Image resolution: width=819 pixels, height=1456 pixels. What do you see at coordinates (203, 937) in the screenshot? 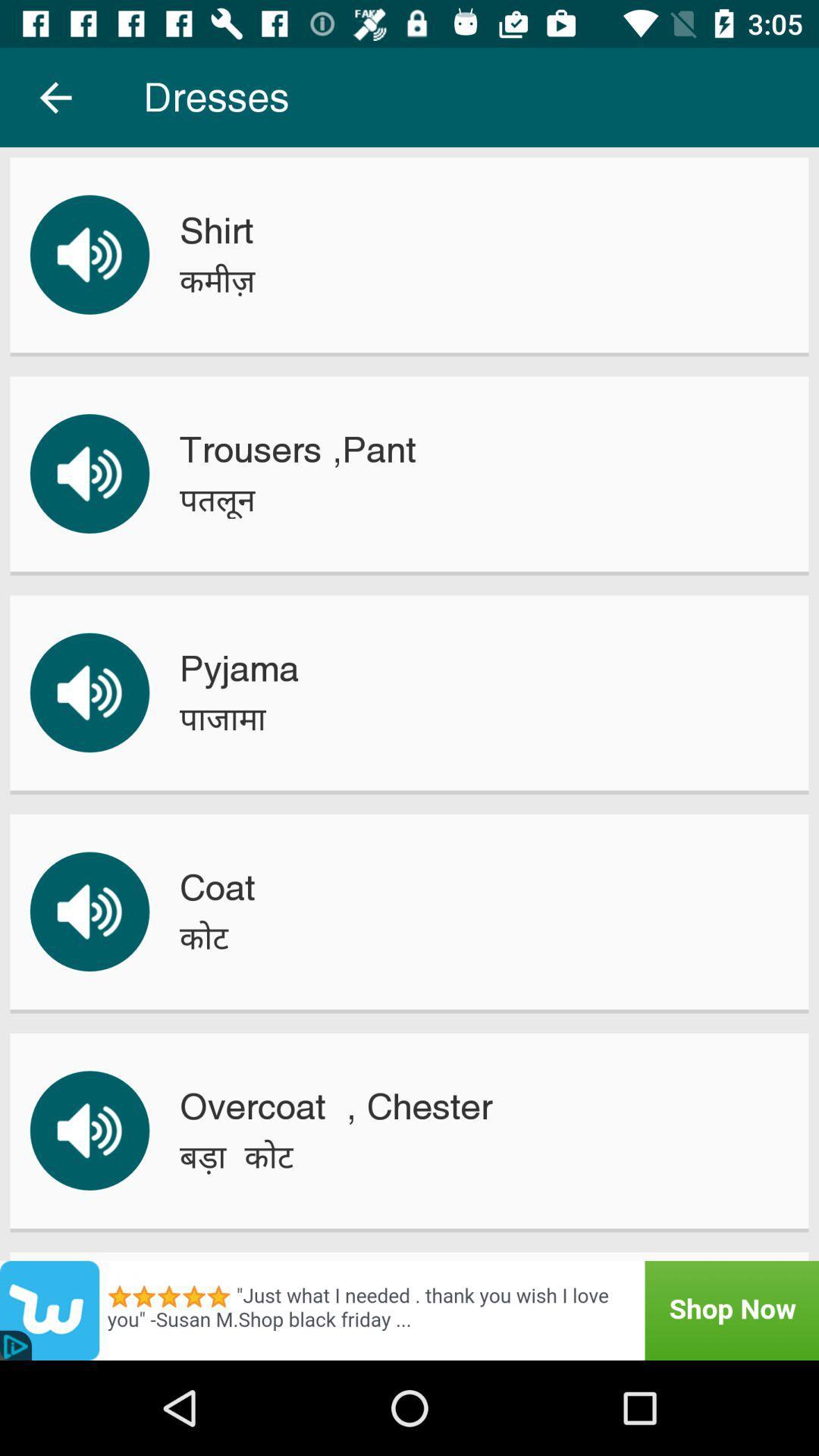
I see `the icon above overcoat  , chester` at bounding box center [203, 937].